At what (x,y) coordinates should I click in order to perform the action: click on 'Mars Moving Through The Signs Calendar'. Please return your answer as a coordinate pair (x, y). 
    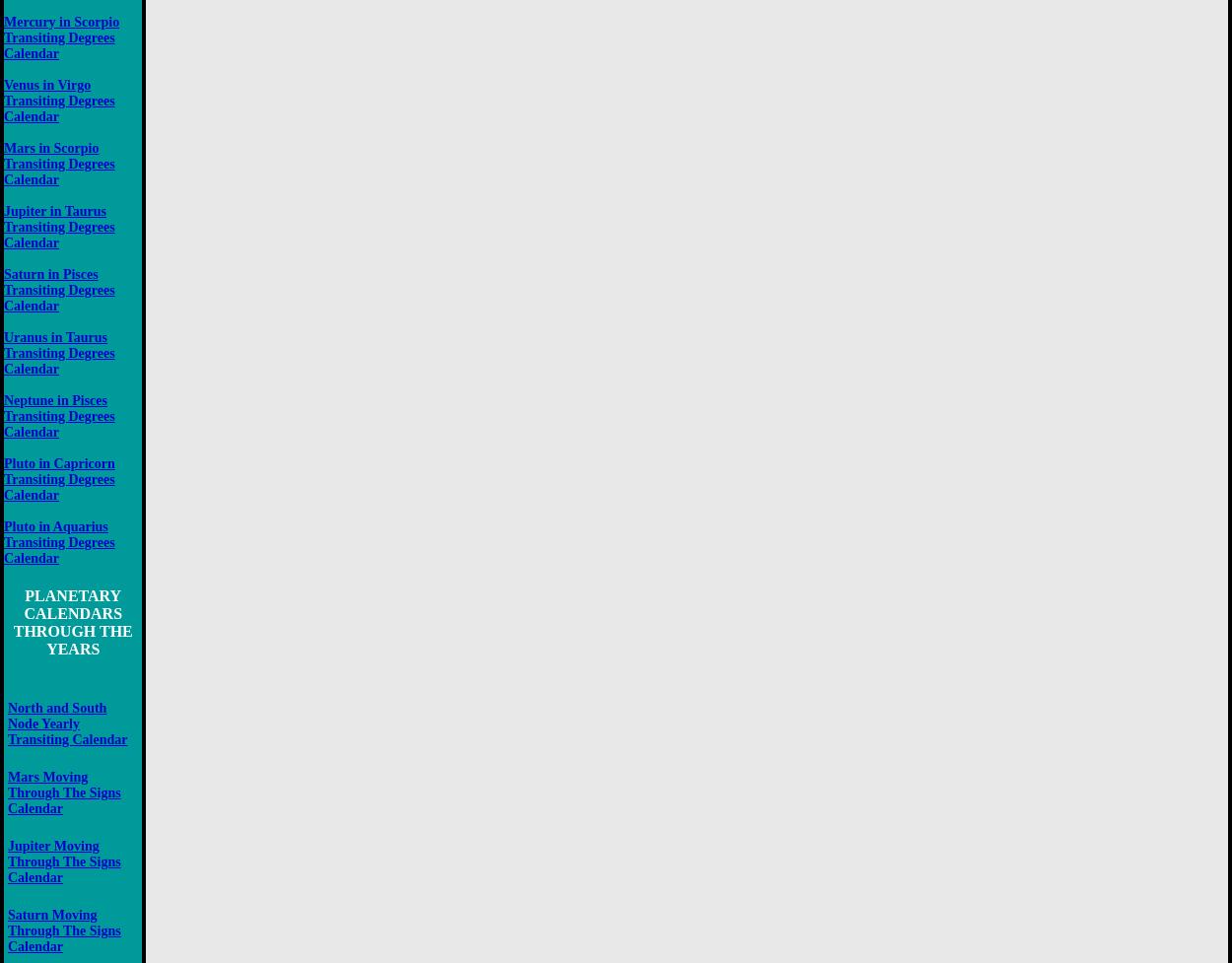
    Looking at the image, I should click on (63, 792).